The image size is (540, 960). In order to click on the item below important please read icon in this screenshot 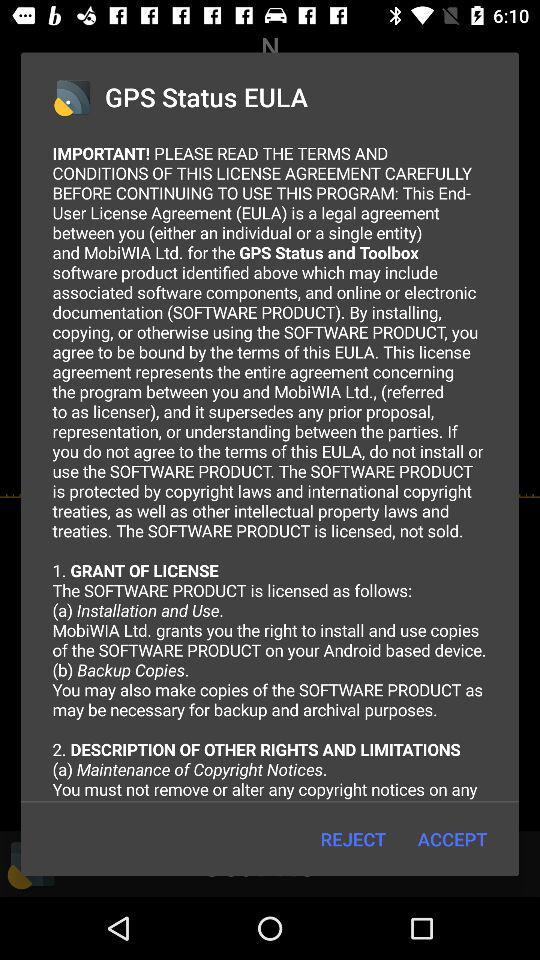, I will do `click(352, 839)`.